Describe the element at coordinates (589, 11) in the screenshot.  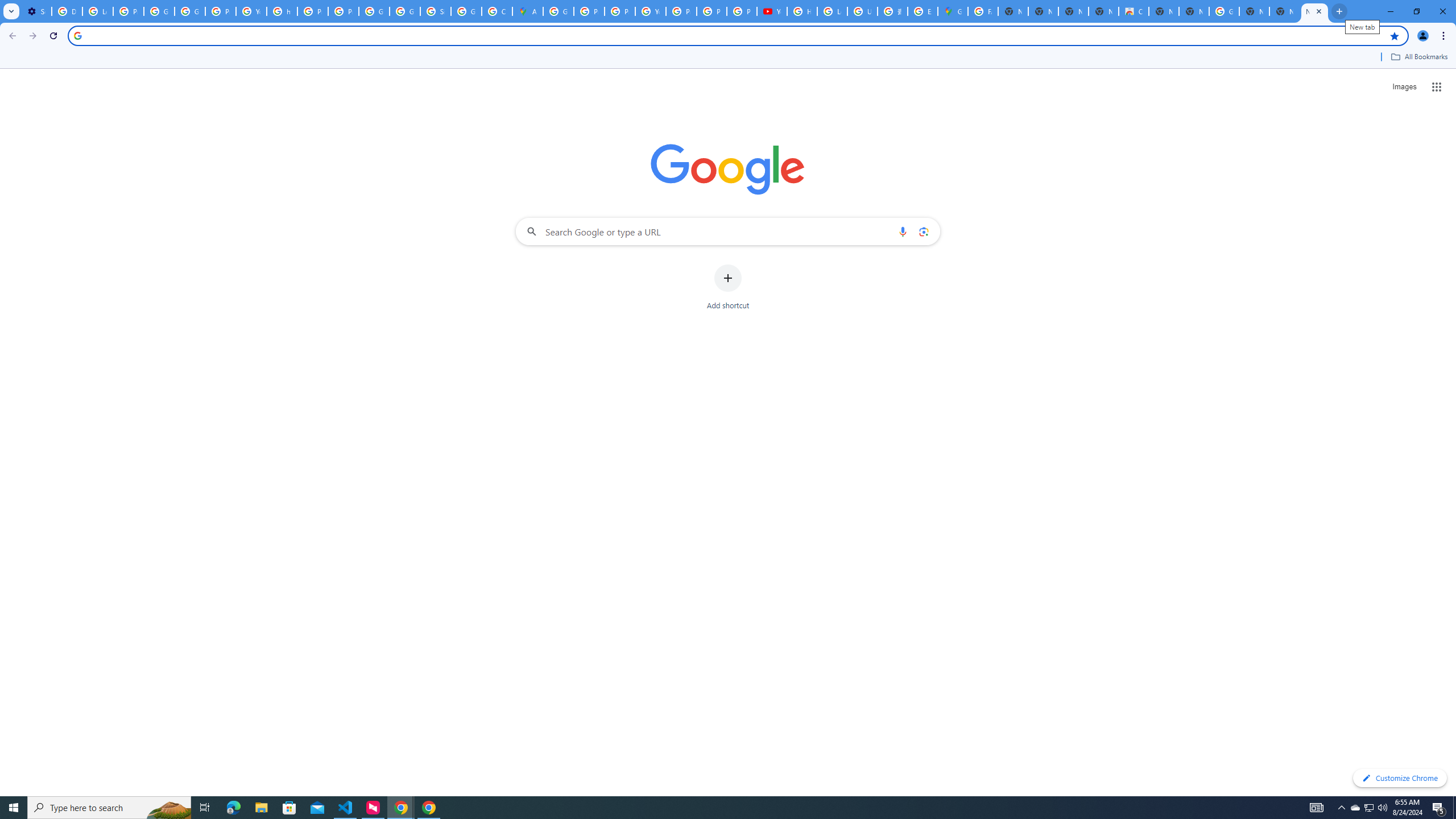
I see `'Privacy Help Center - Policies Help'` at that location.